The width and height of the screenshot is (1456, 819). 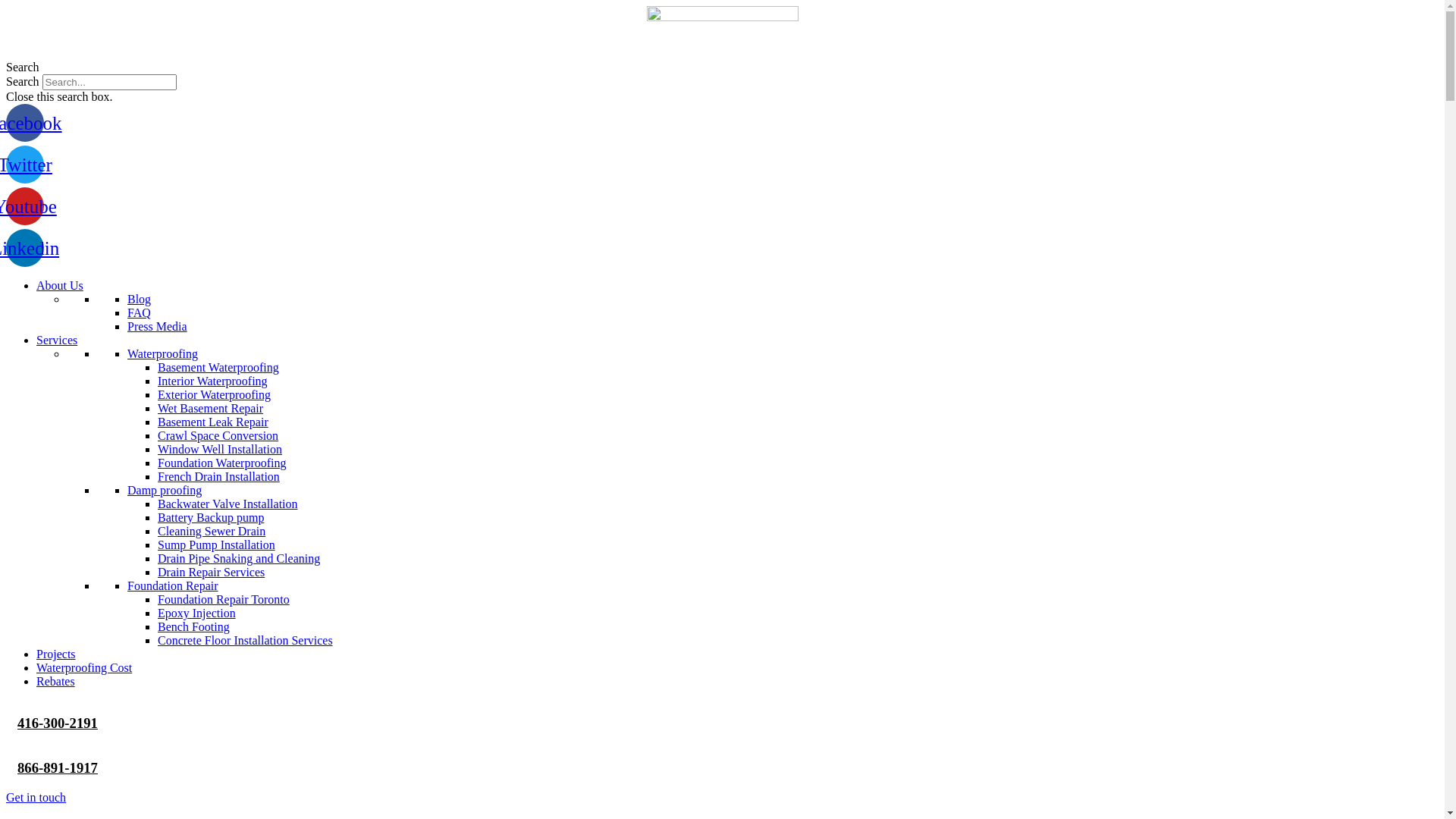 What do you see at coordinates (172, 585) in the screenshot?
I see `'Foundation Repair'` at bounding box center [172, 585].